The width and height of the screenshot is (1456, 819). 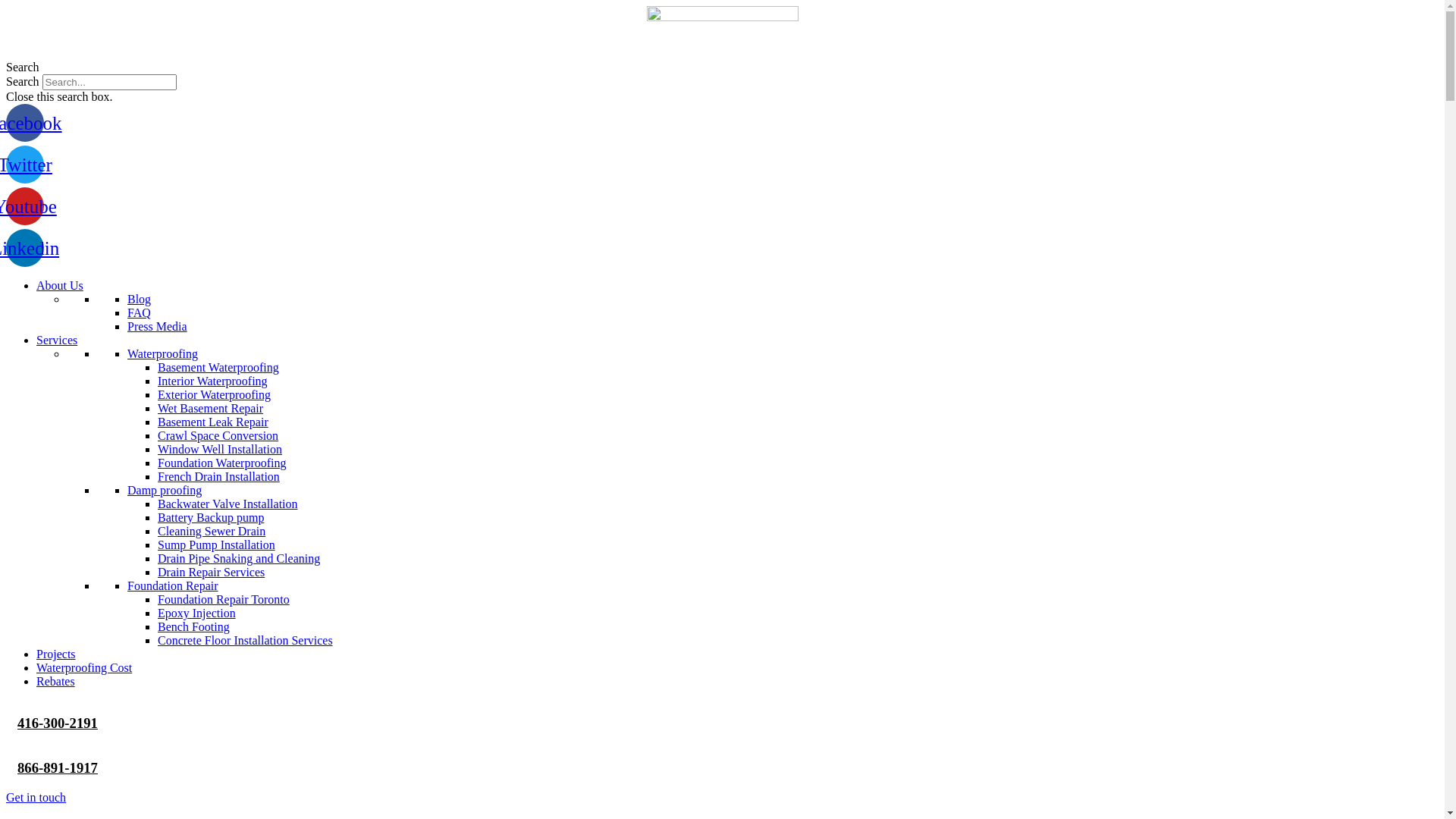 What do you see at coordinates (172, 585) in the screenshot?
I see `'Foundation Repair'` at bounding box center [172, 585].